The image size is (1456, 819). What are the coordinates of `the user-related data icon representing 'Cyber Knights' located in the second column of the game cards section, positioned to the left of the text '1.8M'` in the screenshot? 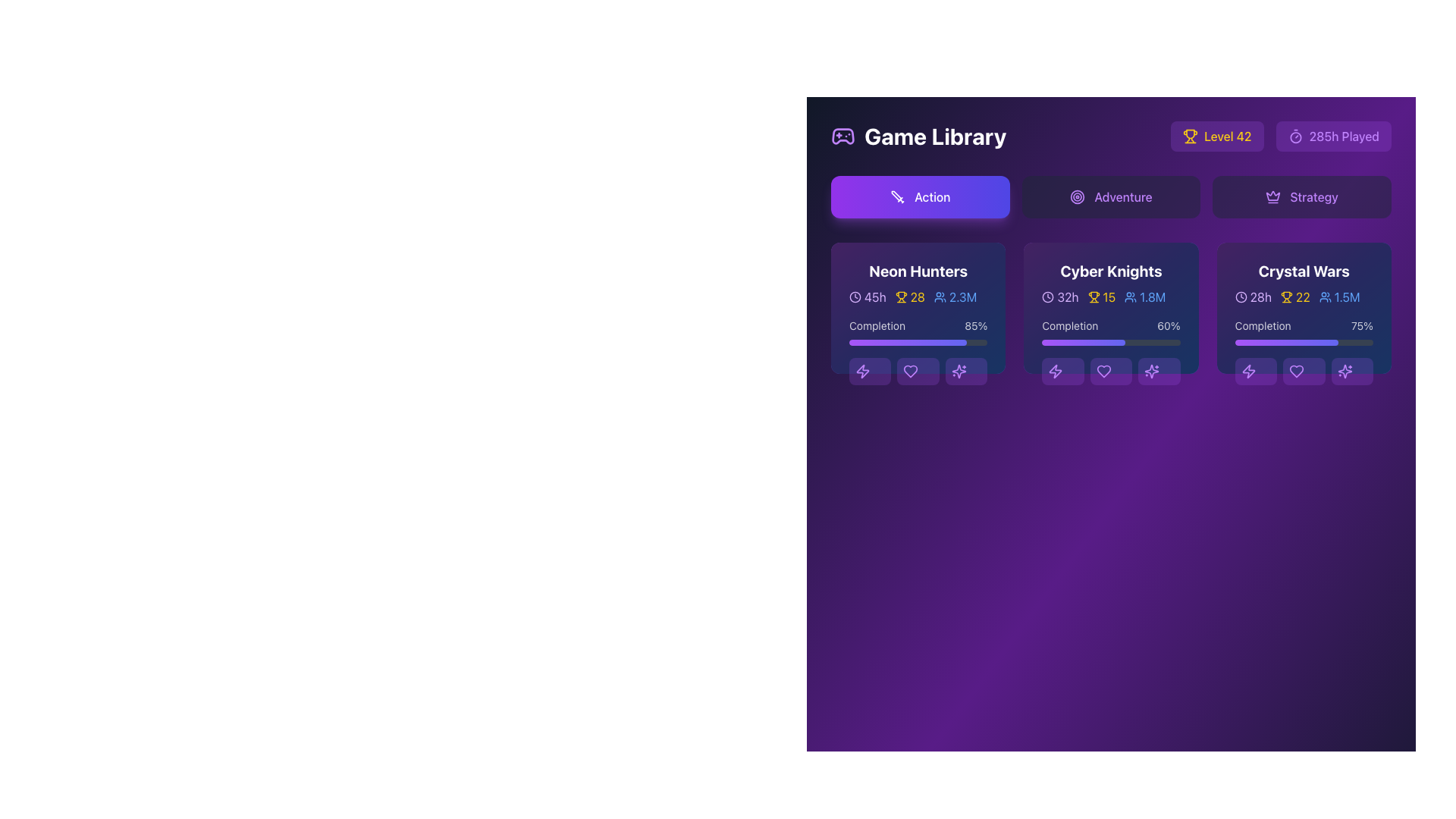 It's located at (1131, 297).